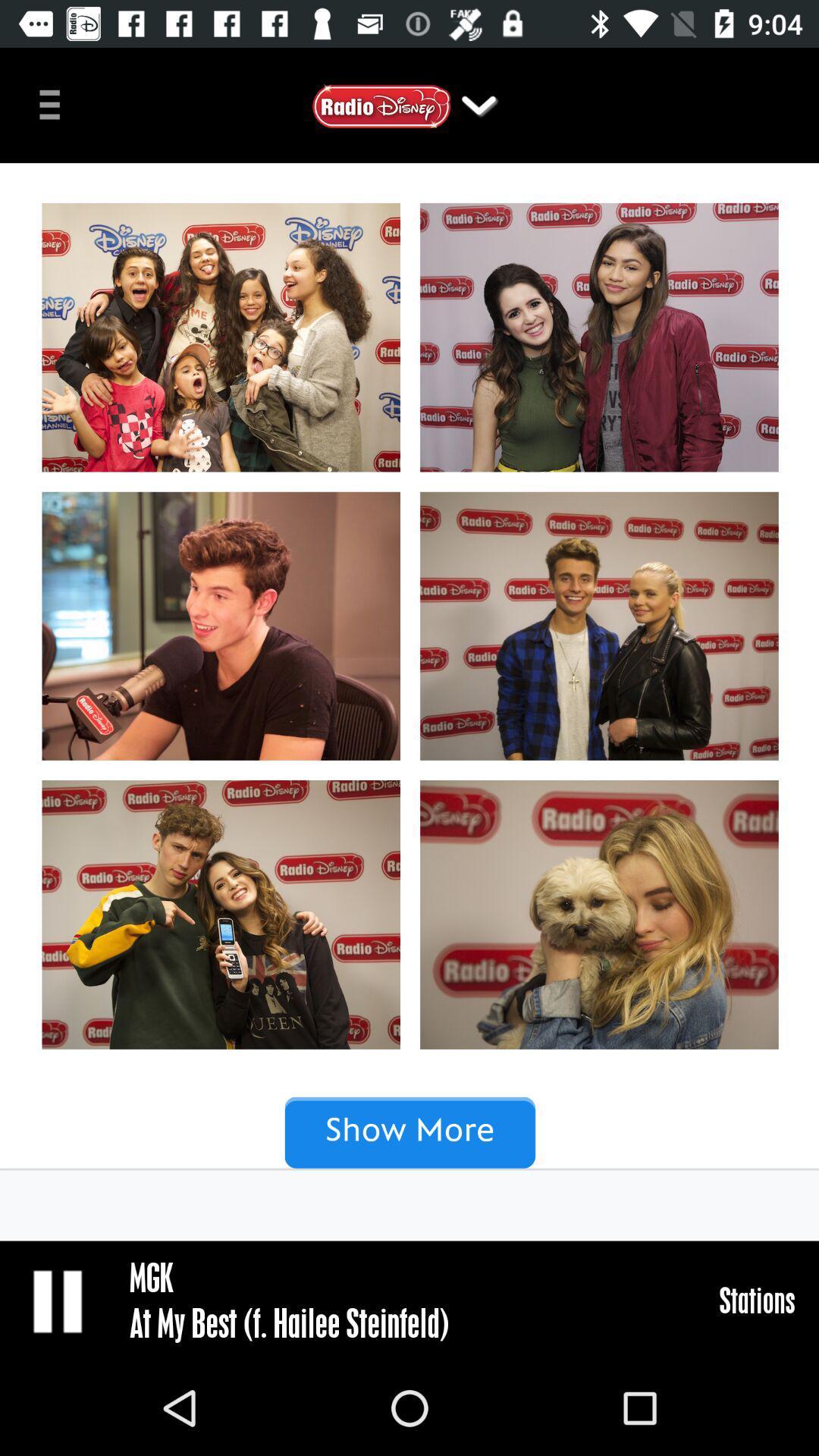 The height and width of the screenshot is (1456, 819). I want to click on play box, so click(58, 1300).